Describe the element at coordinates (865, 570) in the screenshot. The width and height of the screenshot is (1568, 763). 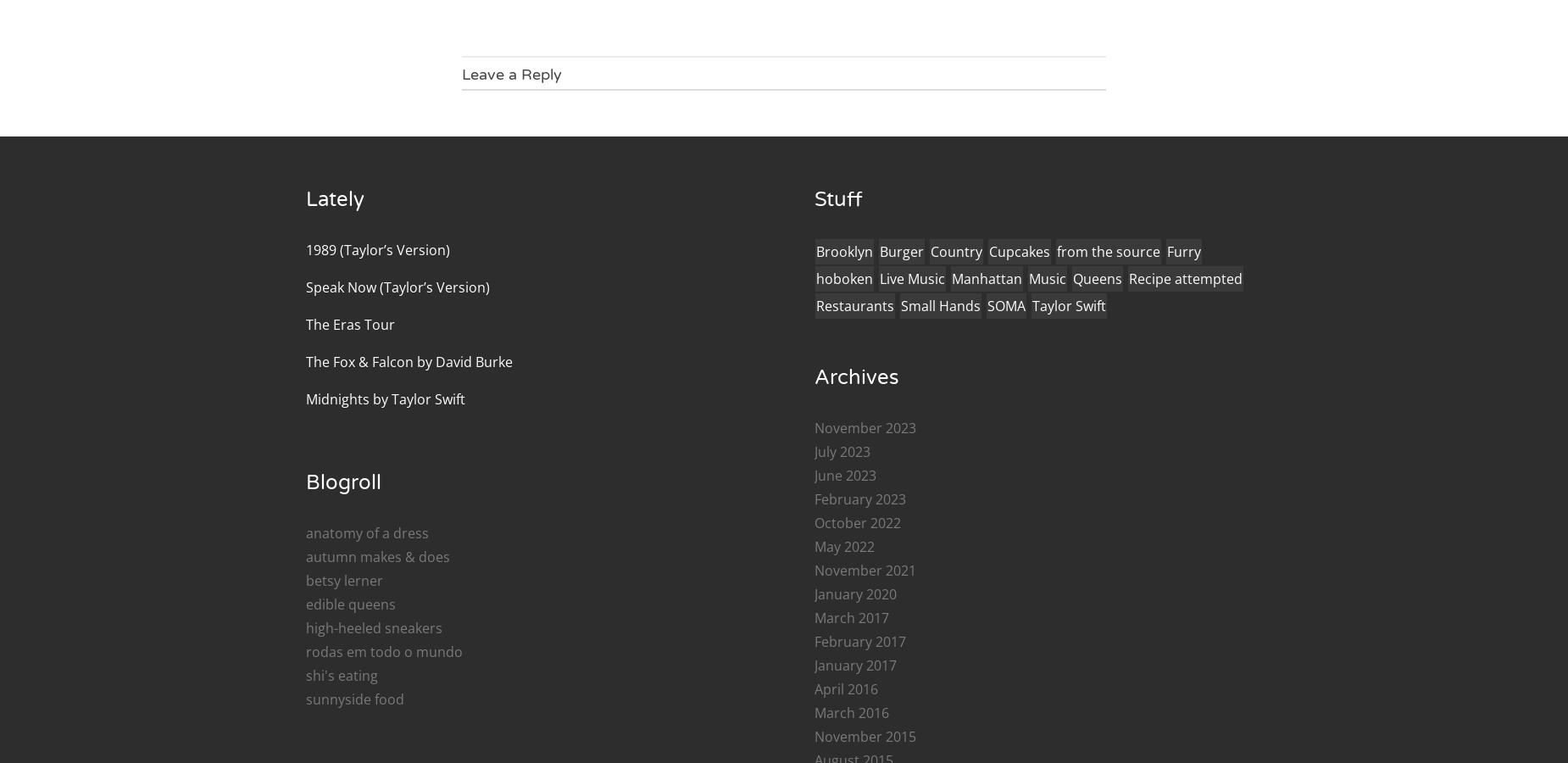
I see `'November 2021'` at that location.